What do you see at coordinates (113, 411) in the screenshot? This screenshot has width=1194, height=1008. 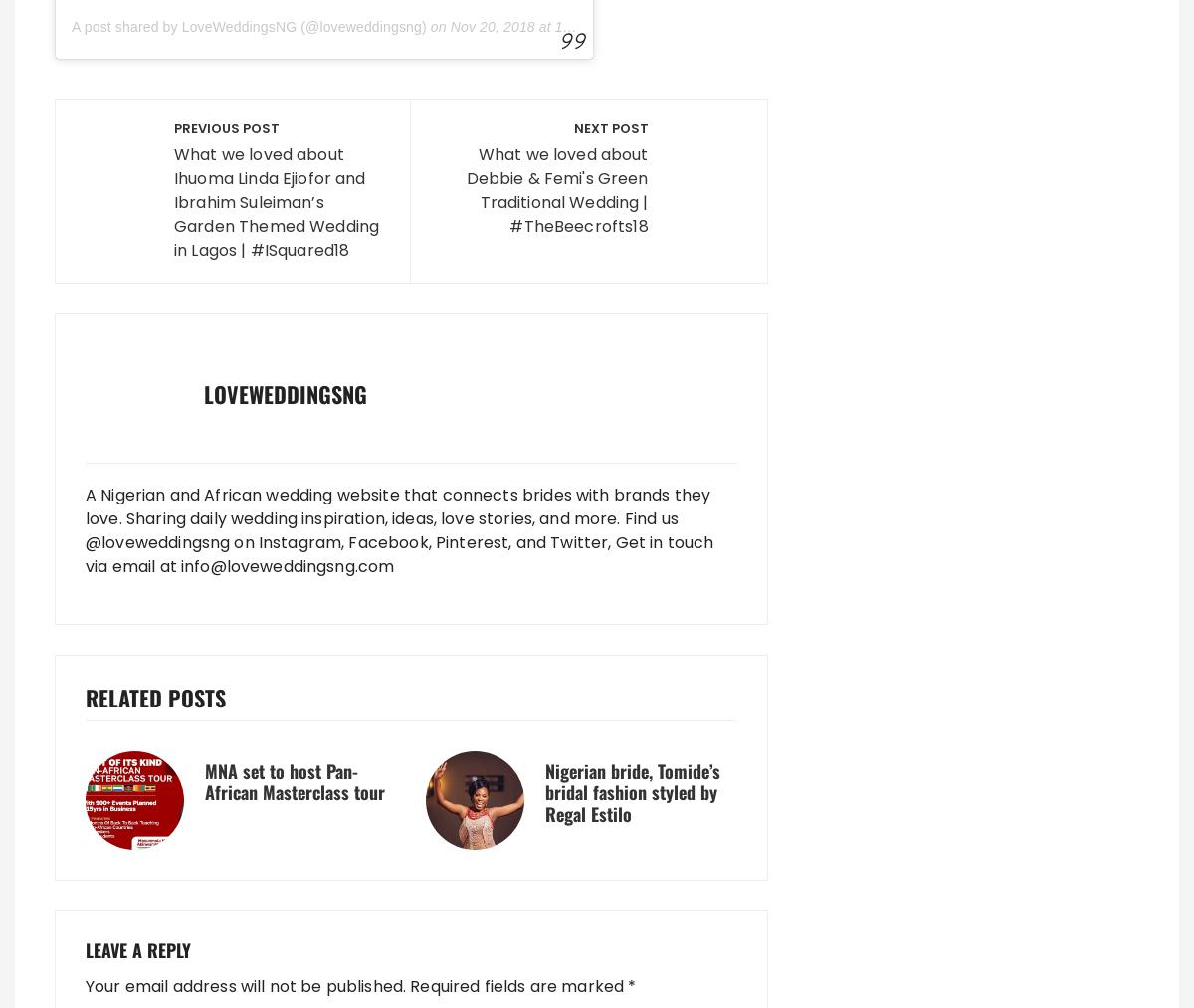 I see `'Name'` at bounding box center [113, 411].